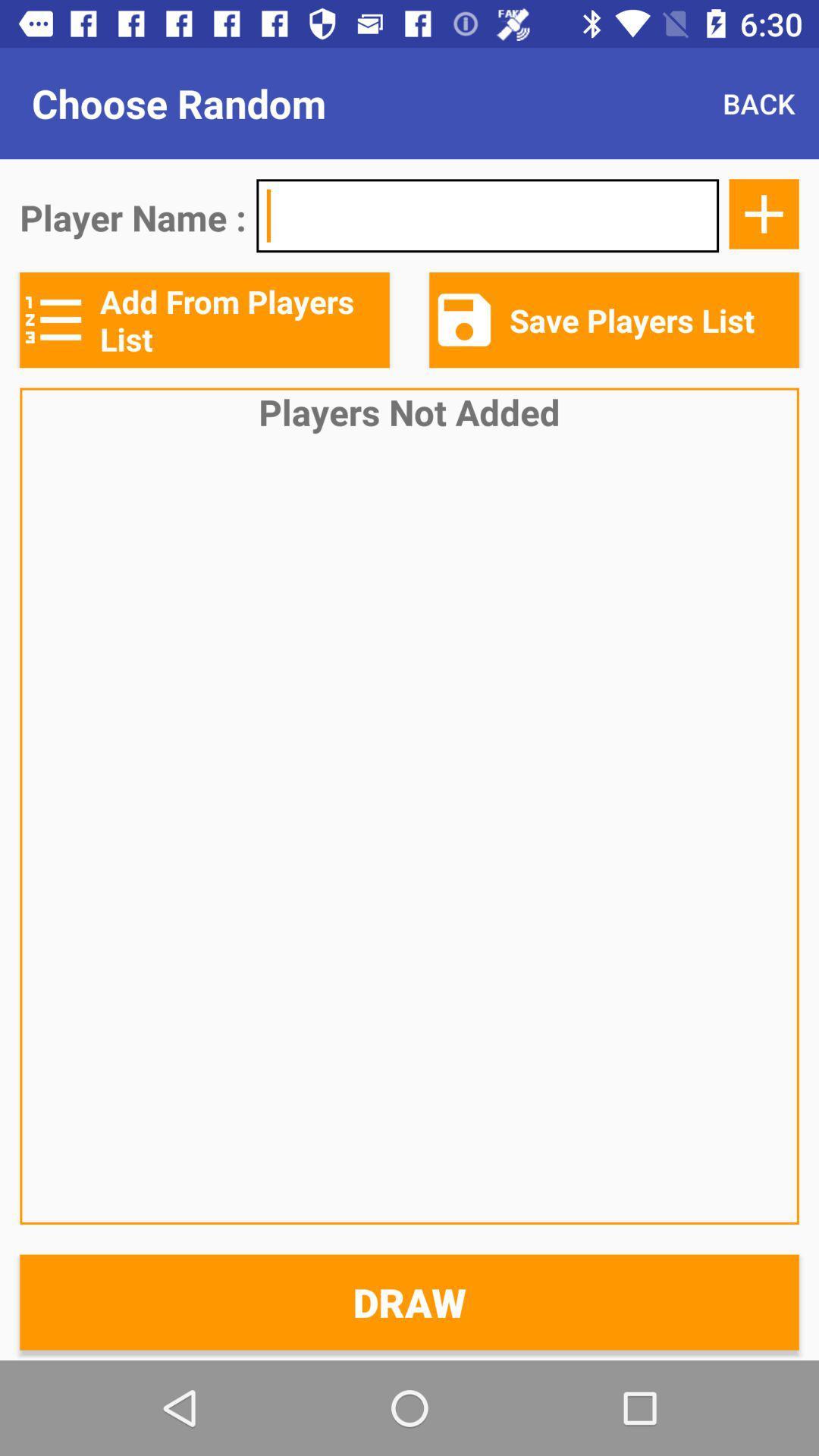 The width and height of the screenshot is (819, 1456). What do you see at coordinates (764, 213) in the screenshot?
I see `click+` at bounding box center [764, 213].